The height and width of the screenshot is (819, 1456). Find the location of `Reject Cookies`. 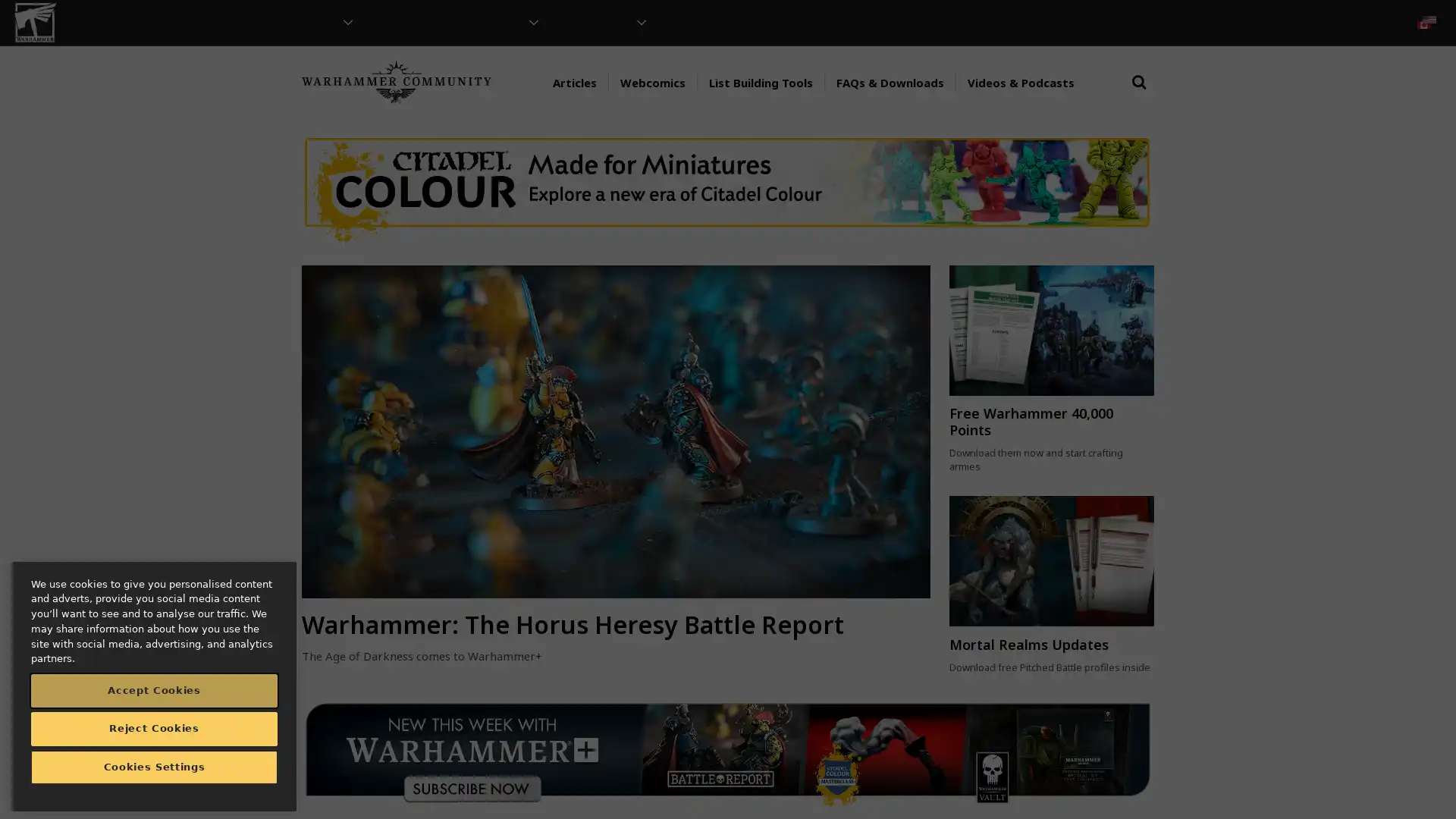

Reject Cookies is located at coordinates (154, 727).